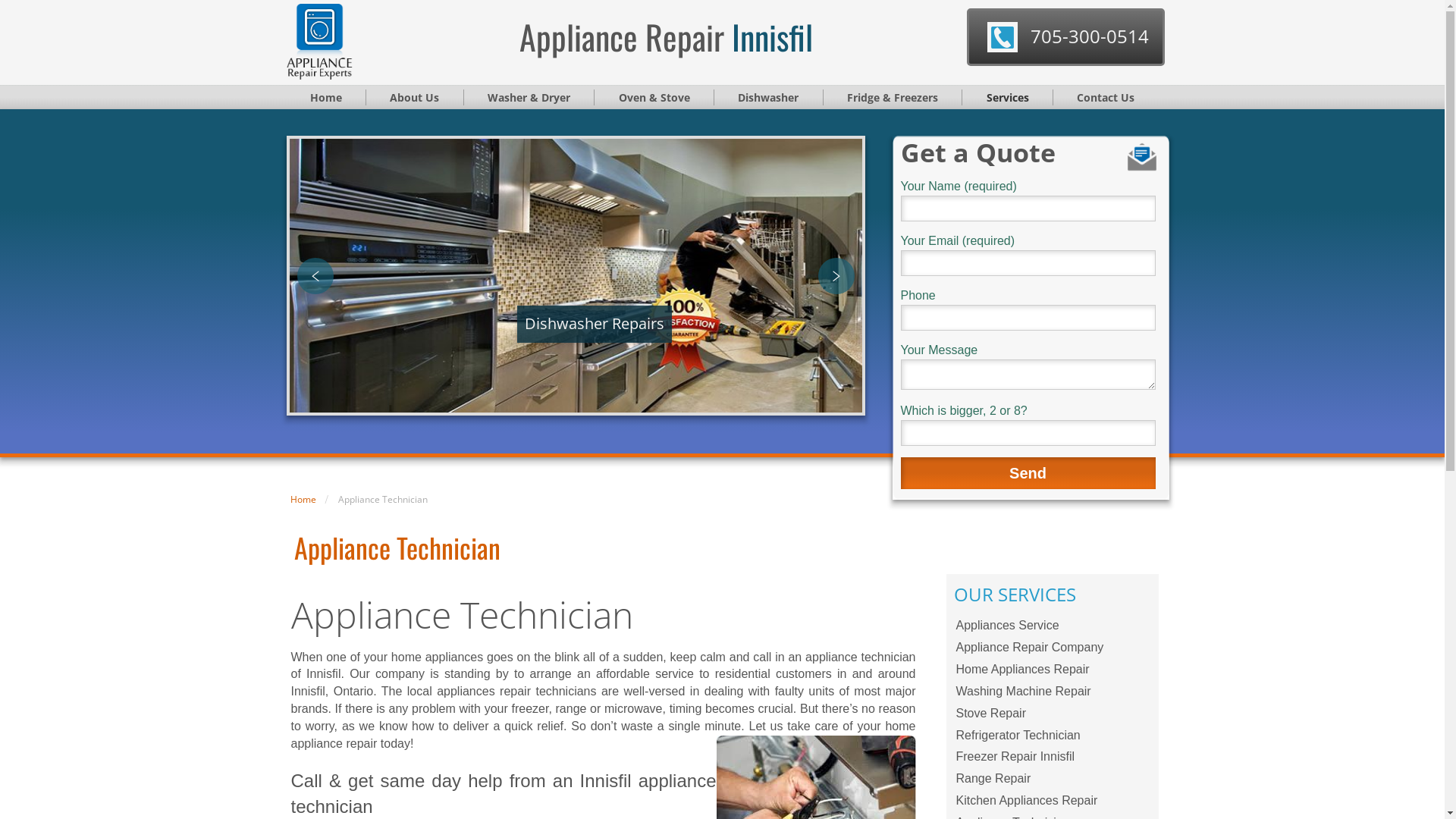  I want to click on 'Send', so click(1028, 472).